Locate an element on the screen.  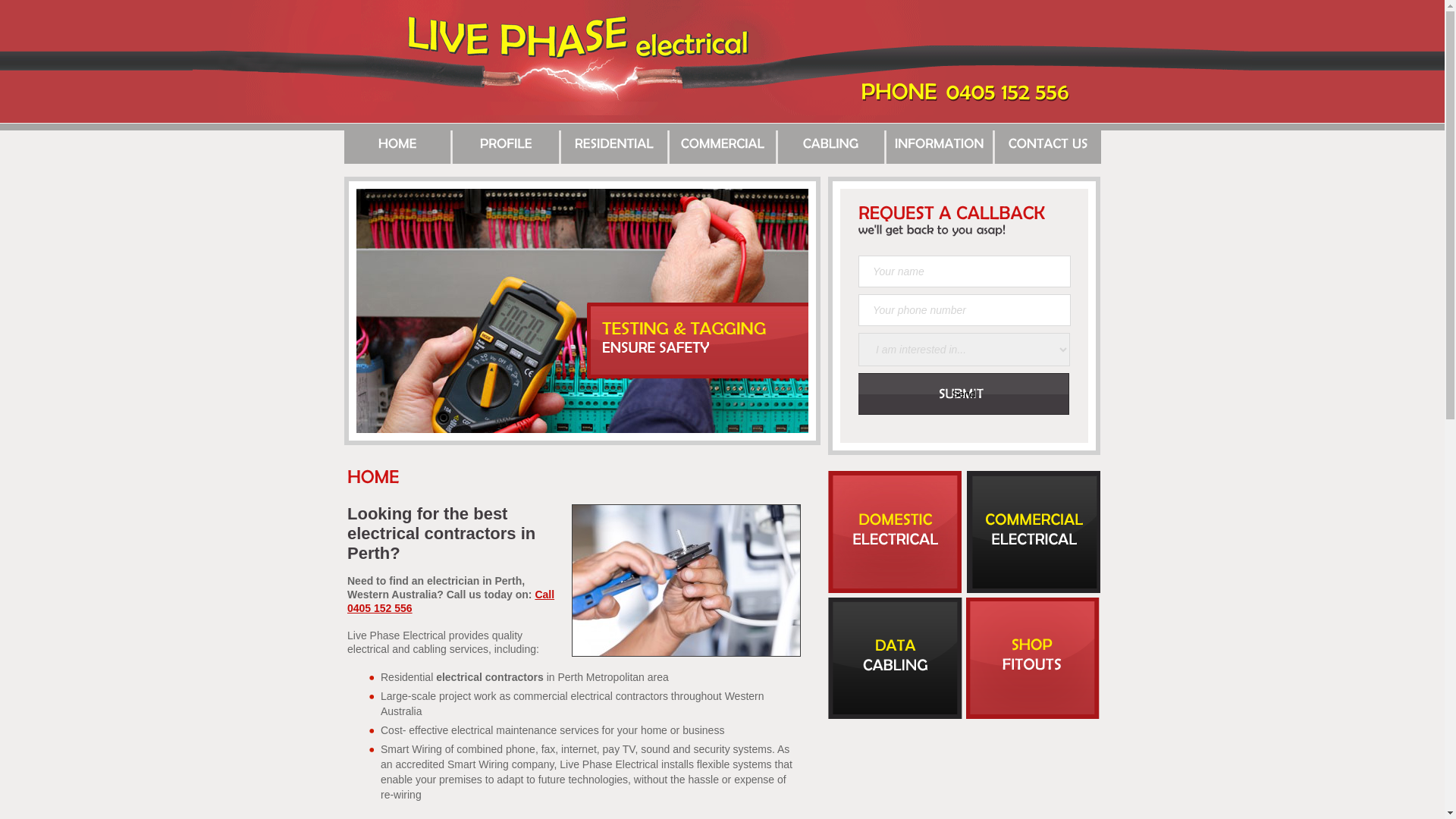
'Call 0405 152 556' is located at coordinates (346, 601).